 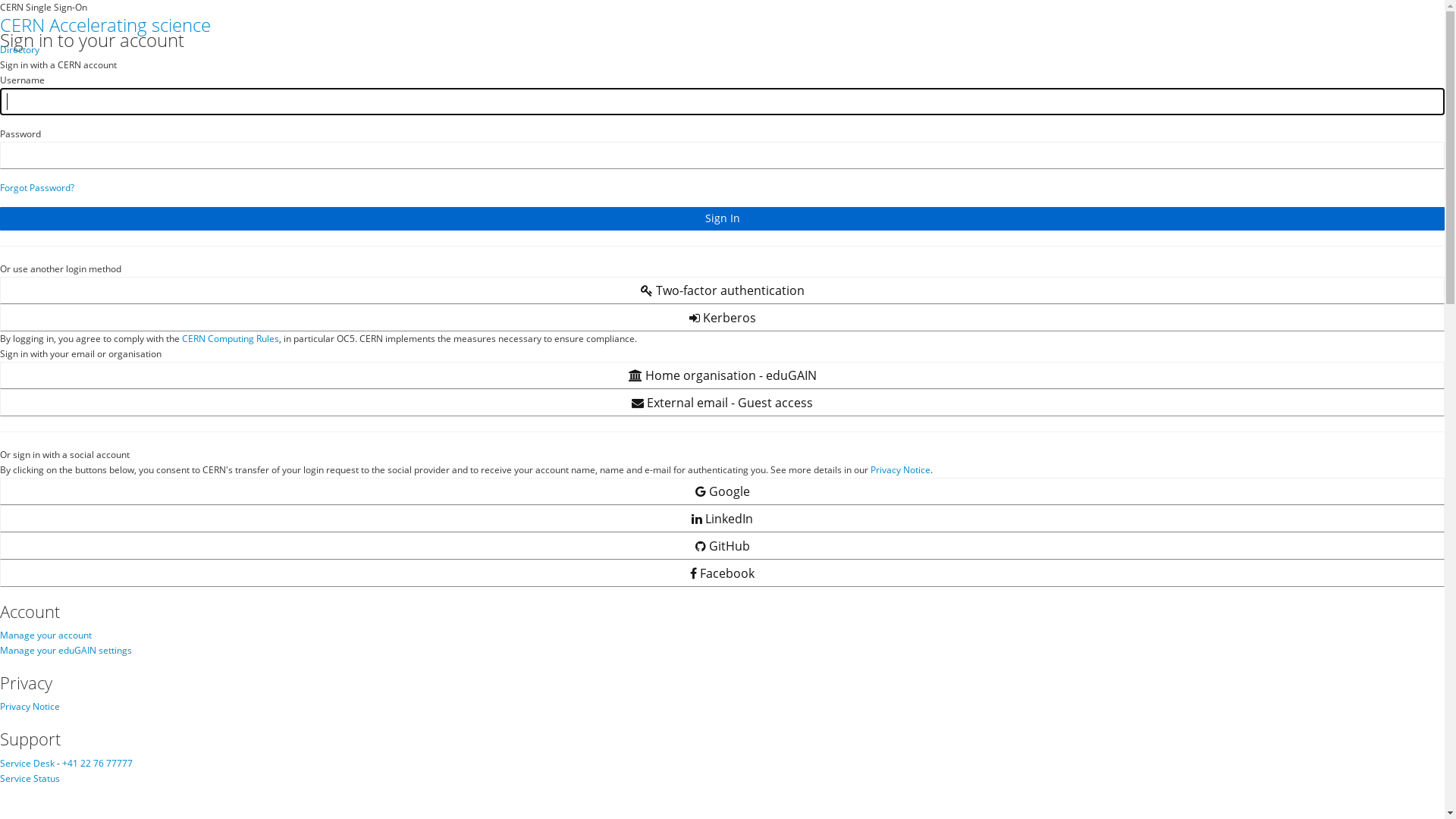 What do you see at coordinates (96, 763) in the screenshot?
I see `'+41 22 76 77777'` at bounding box center [96, 763].